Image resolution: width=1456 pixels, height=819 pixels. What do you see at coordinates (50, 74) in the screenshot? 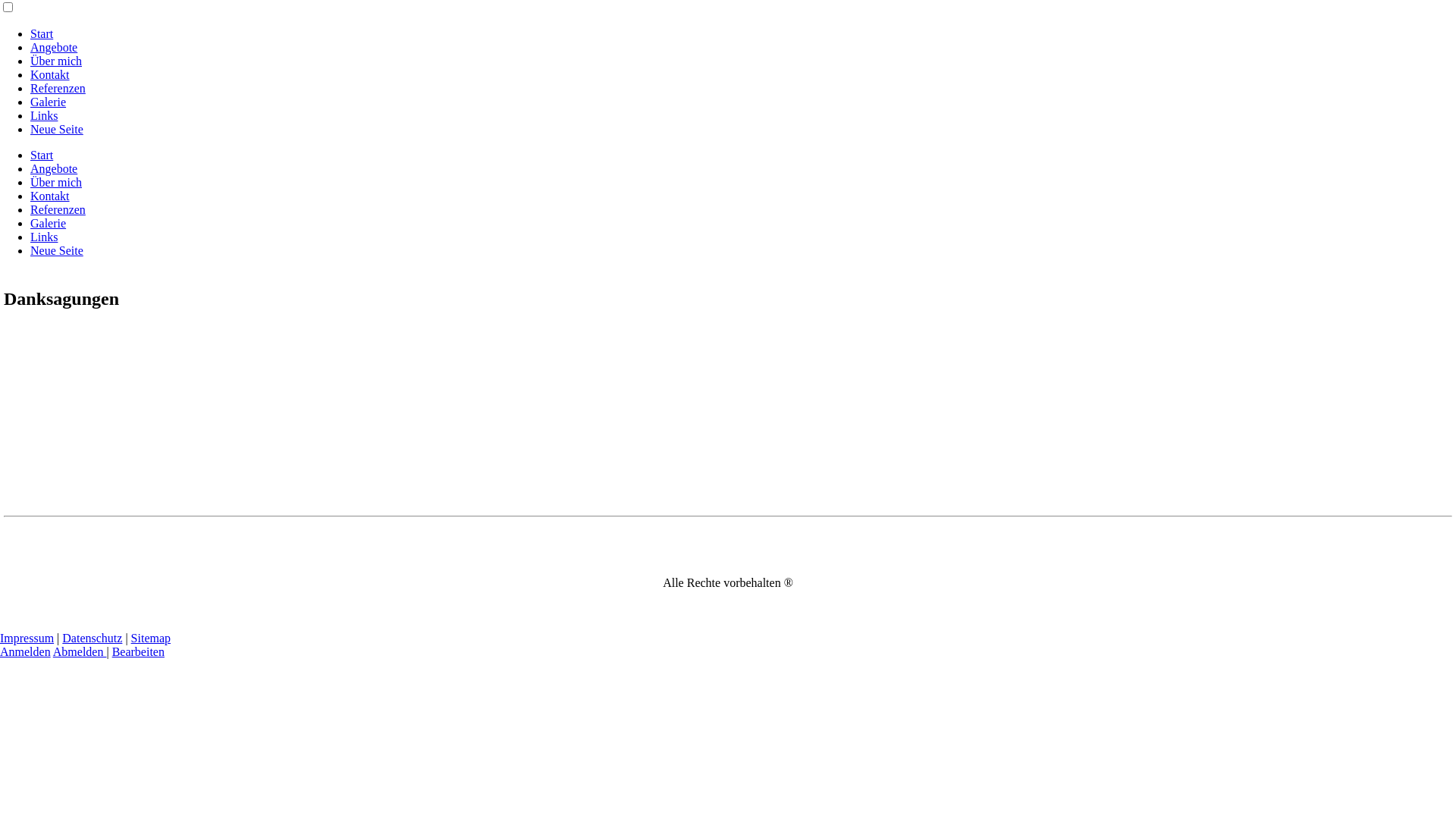
I see `'Kontakt'` at bounding box center [50, 74].